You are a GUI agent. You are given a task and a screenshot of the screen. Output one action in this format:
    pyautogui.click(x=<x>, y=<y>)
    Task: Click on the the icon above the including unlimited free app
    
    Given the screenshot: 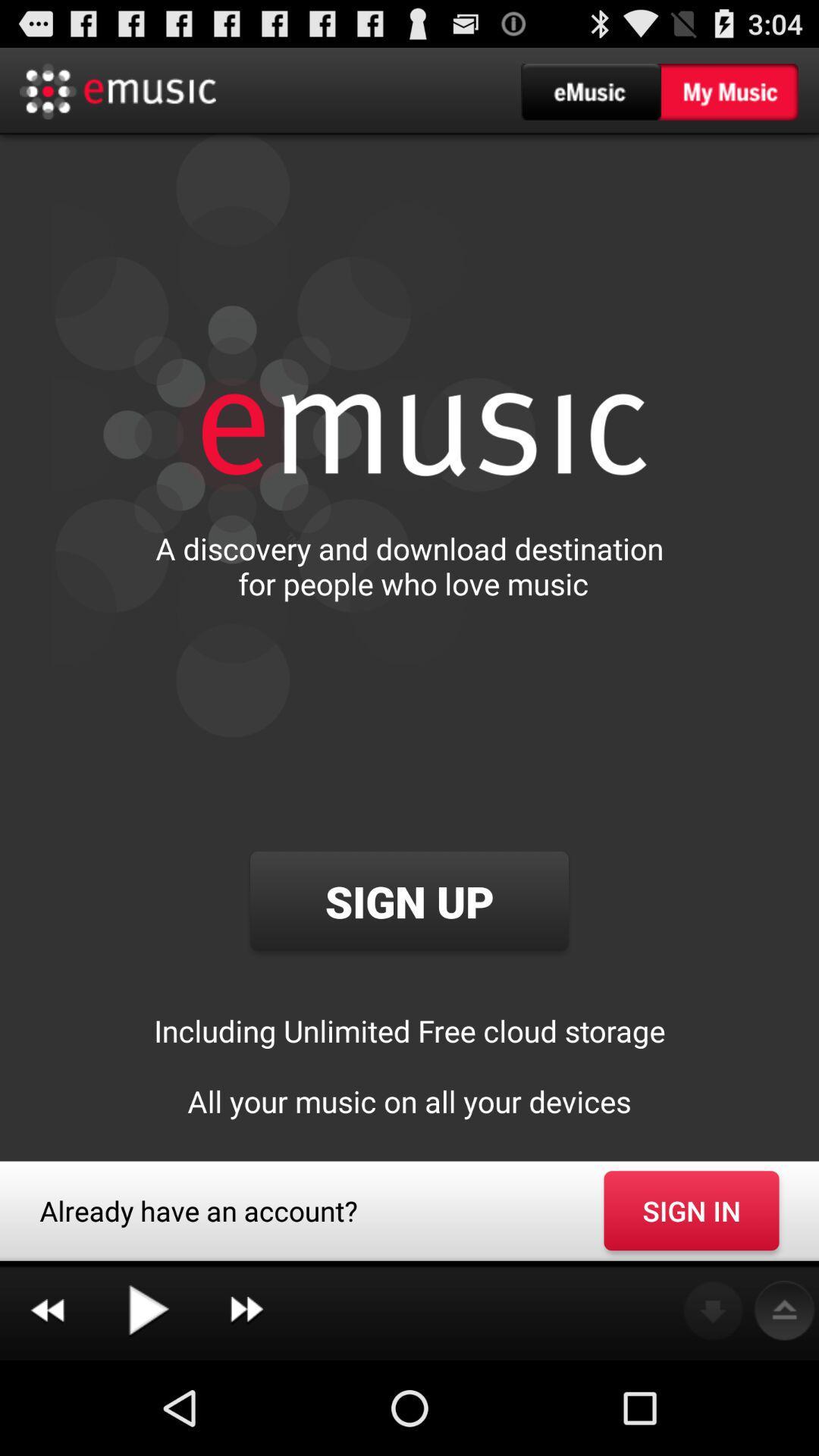 What is the action you would take?
    pyautogui.click(x=409, y=901)
    